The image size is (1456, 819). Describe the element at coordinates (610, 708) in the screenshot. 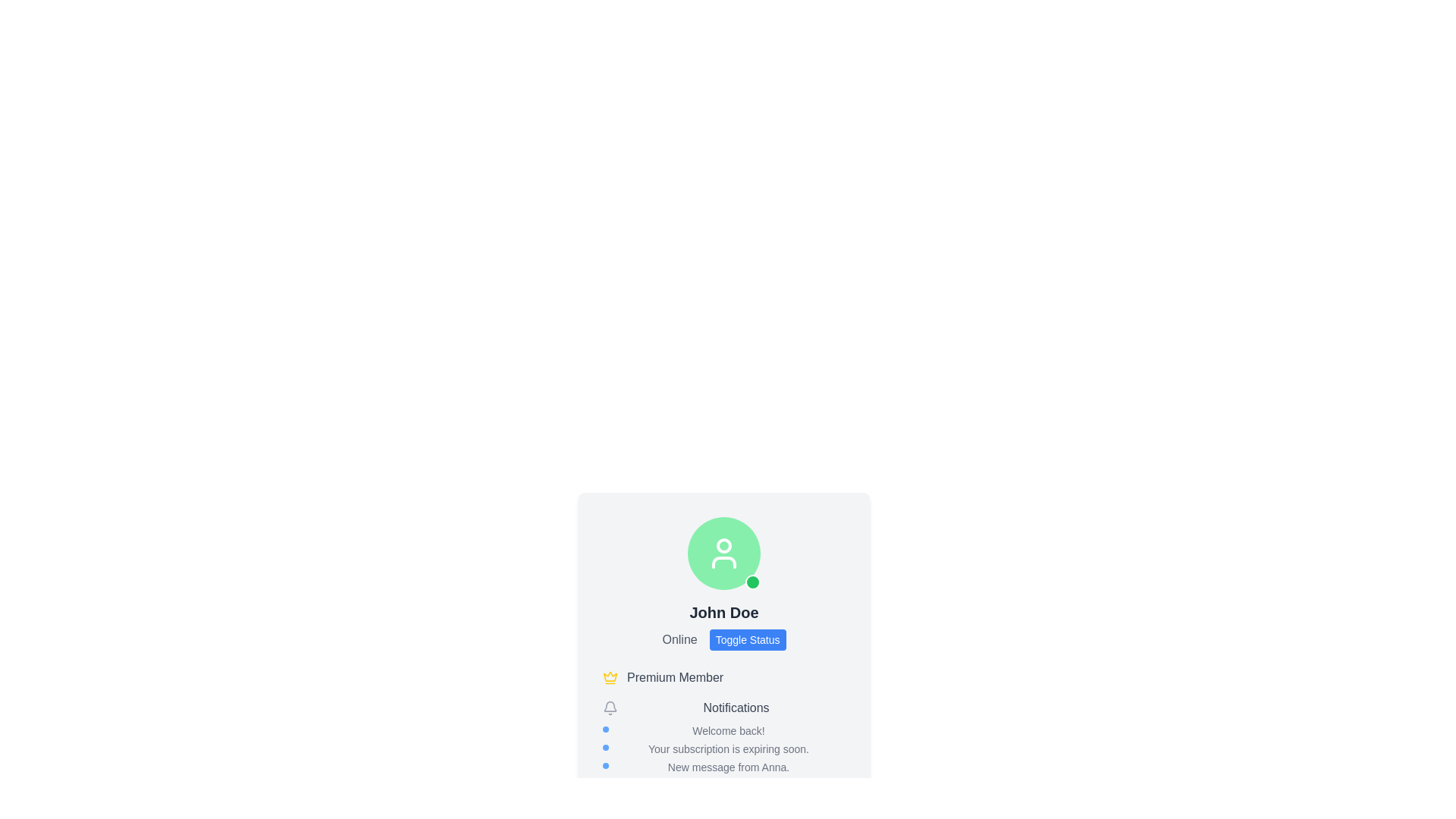

I see `the notification icon located to the left of the 'Notifications' text in the bottom region of the user information card` at that location.